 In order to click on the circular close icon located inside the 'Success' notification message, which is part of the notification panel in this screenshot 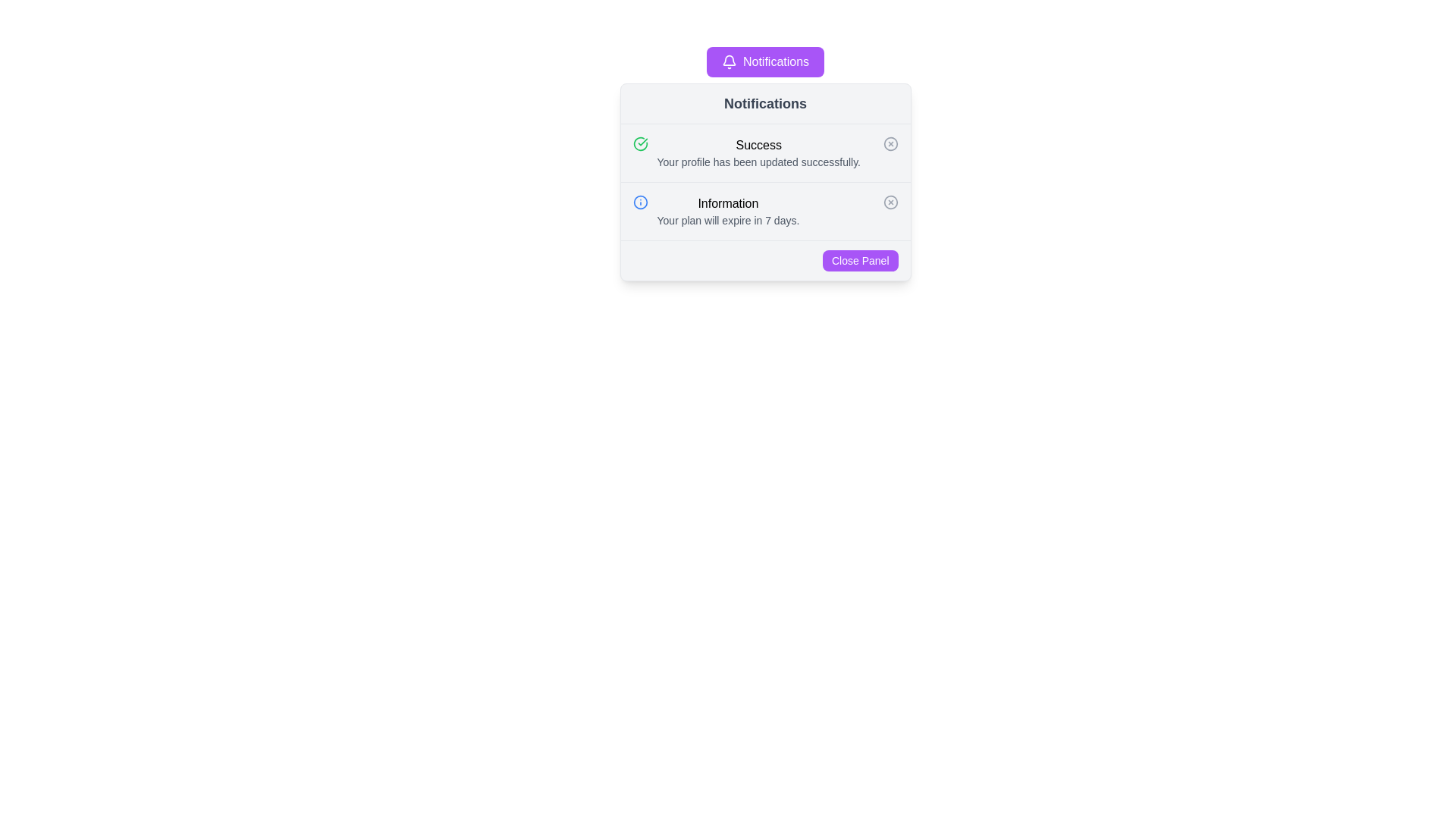, I will do `click(890, 143)`.